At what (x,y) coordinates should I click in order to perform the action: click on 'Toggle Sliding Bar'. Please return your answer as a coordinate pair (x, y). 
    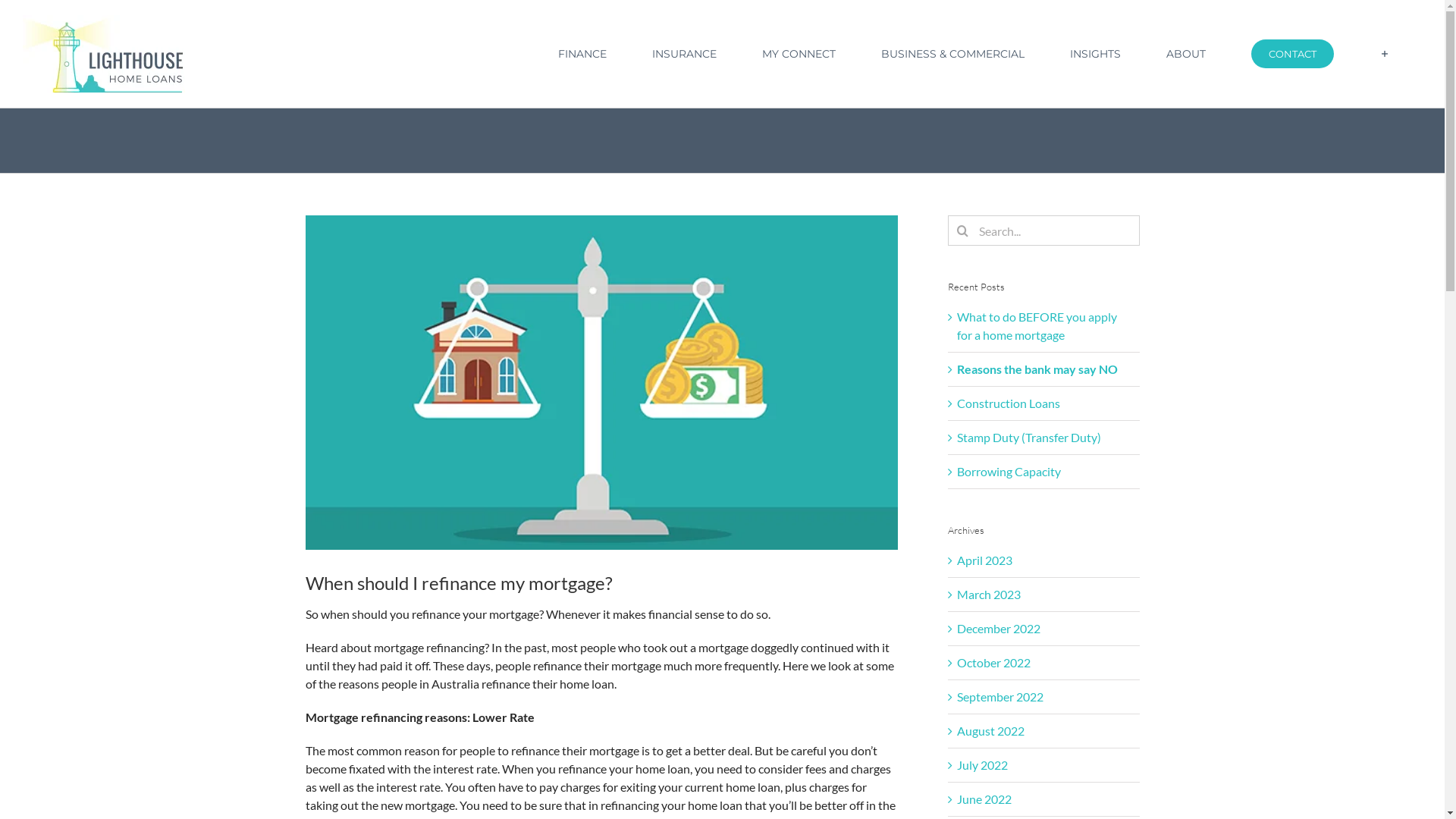
    Looking at the image, I should click on (1384, 52).